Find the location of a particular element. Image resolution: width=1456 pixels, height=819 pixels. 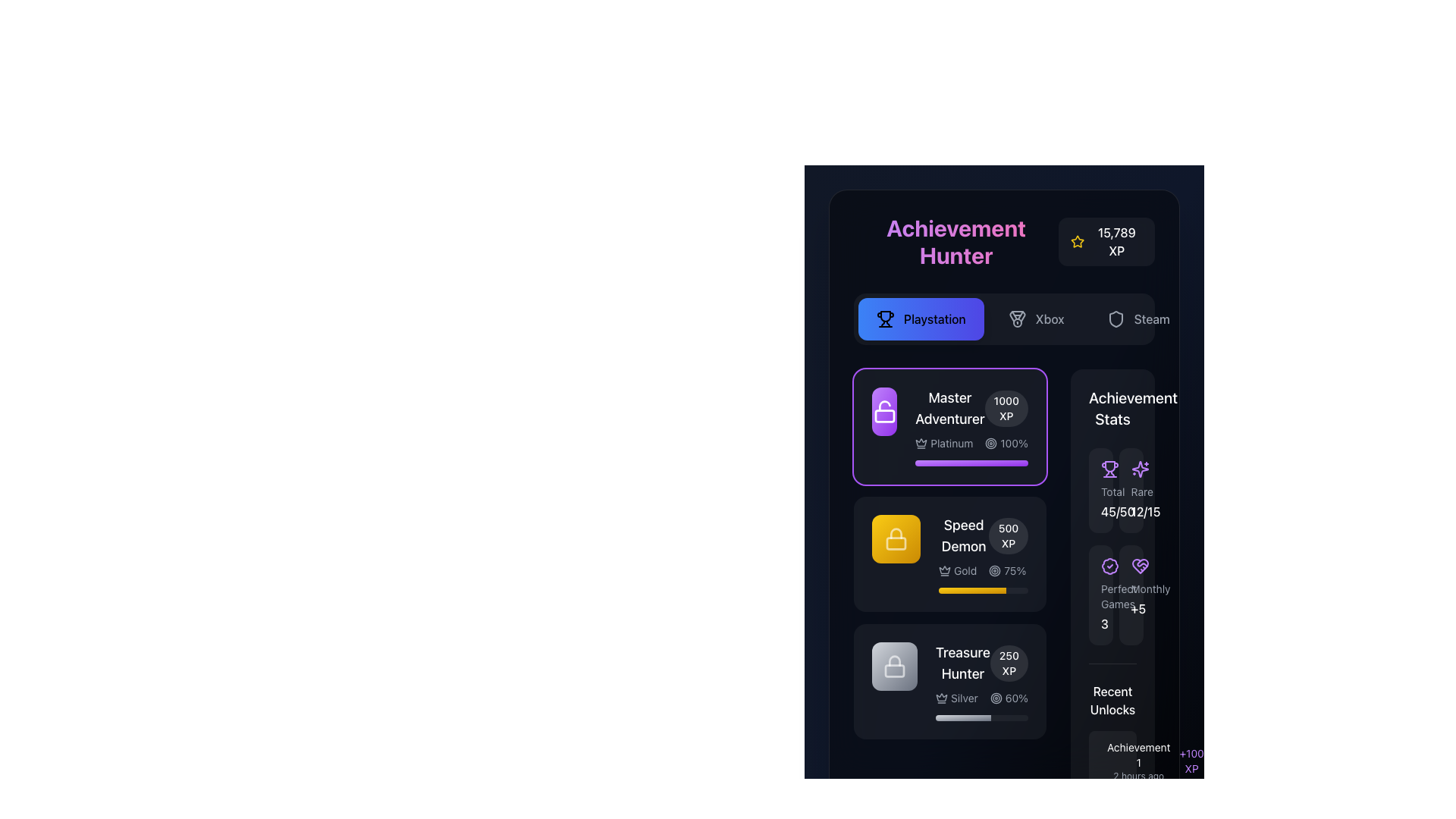

the leftmost button labeled 'Playstation', which features a trophy icon and a blue to indigo gradient background is located at coordinates (920, 318).